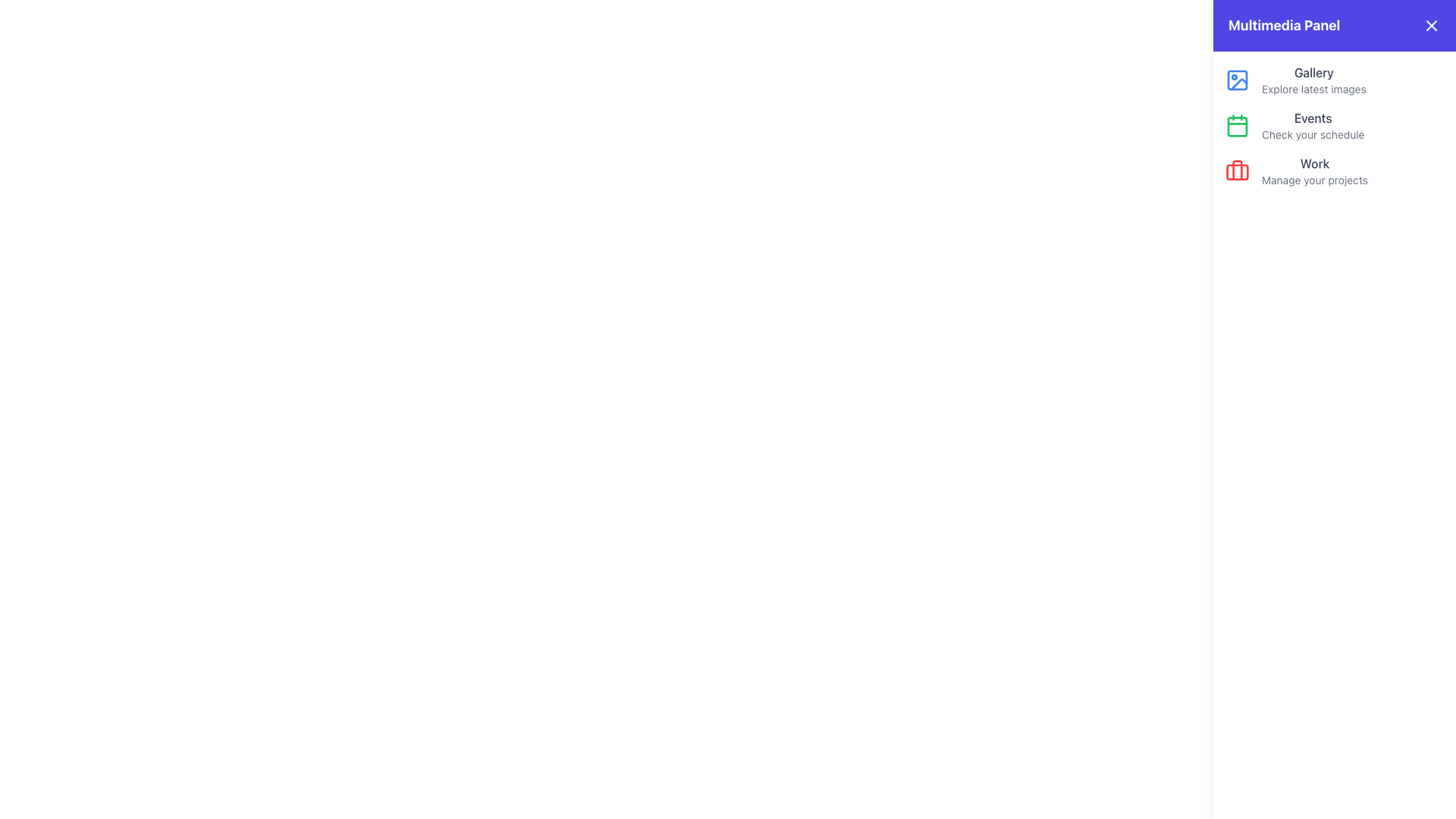 The width and height of the screenshot is (1456, 819). I want to click on the 'Events' list item with icon and text, which is the second item in the vertical list of features in the Multimedia Panel, located beneath 'Gallery' and above 'Work', so click(1335, 124).